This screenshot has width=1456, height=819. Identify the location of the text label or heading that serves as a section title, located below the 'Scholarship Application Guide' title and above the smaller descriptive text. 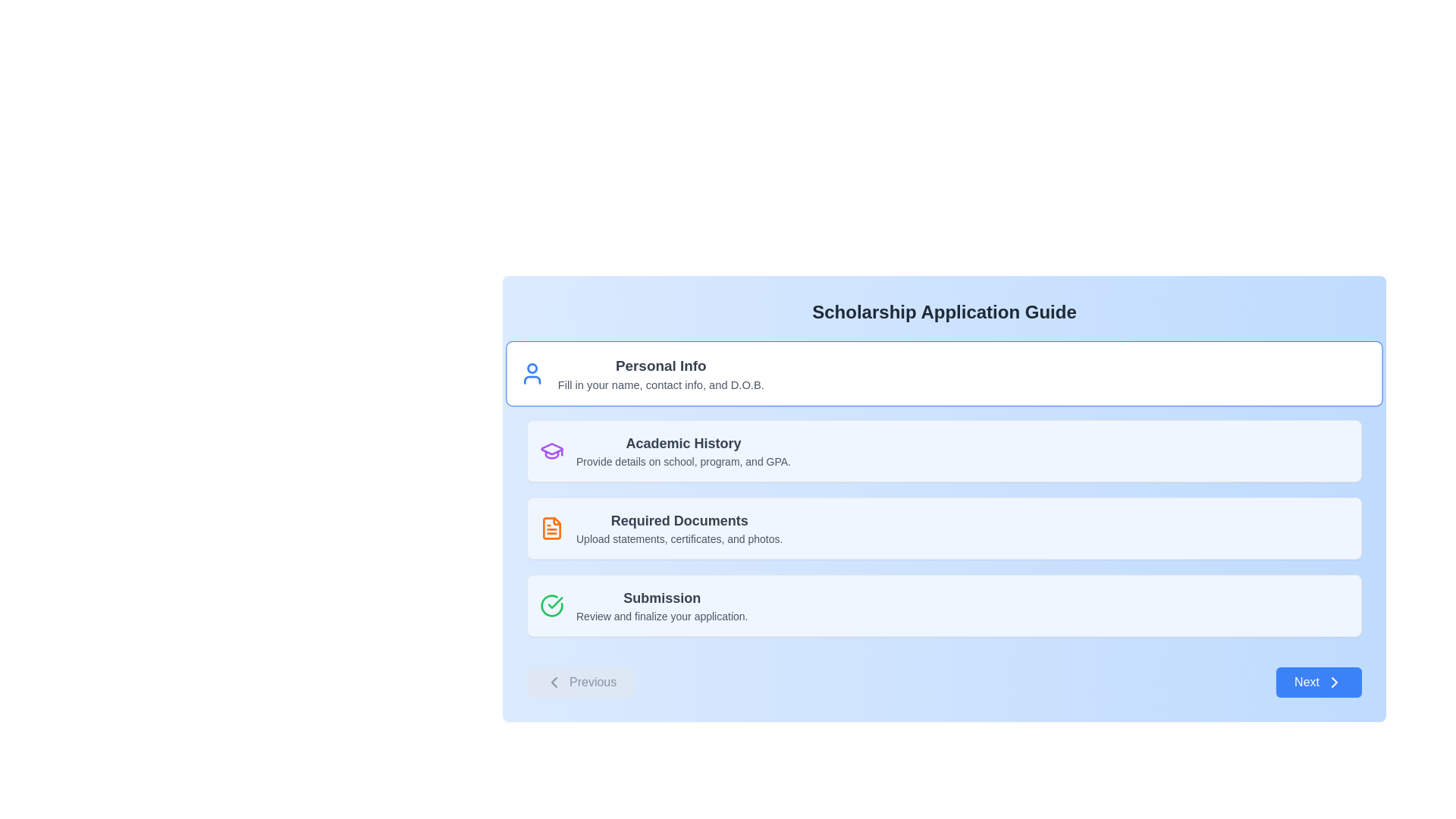
(661, 366).